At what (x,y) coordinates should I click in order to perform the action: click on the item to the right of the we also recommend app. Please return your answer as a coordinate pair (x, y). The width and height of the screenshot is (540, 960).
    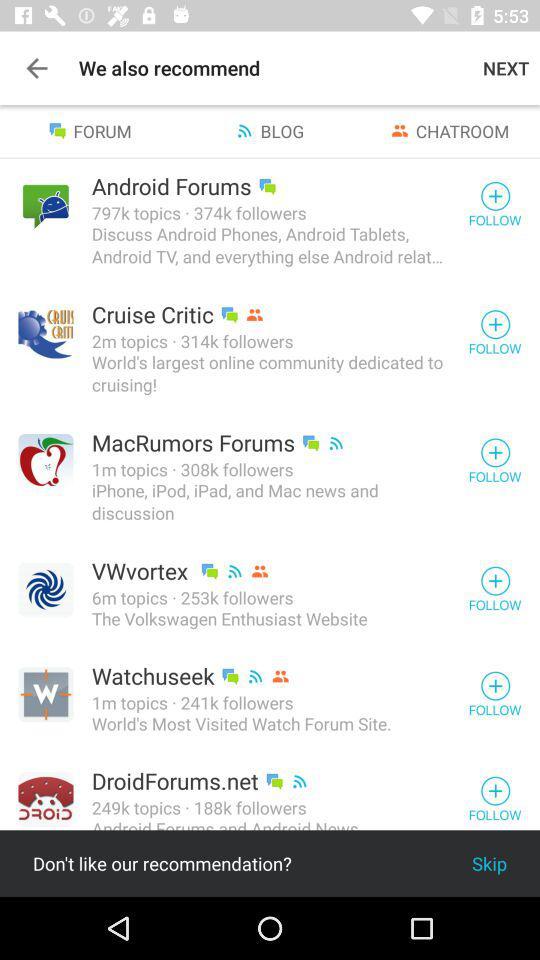
    Looking at the image, I should click on (505, 68).